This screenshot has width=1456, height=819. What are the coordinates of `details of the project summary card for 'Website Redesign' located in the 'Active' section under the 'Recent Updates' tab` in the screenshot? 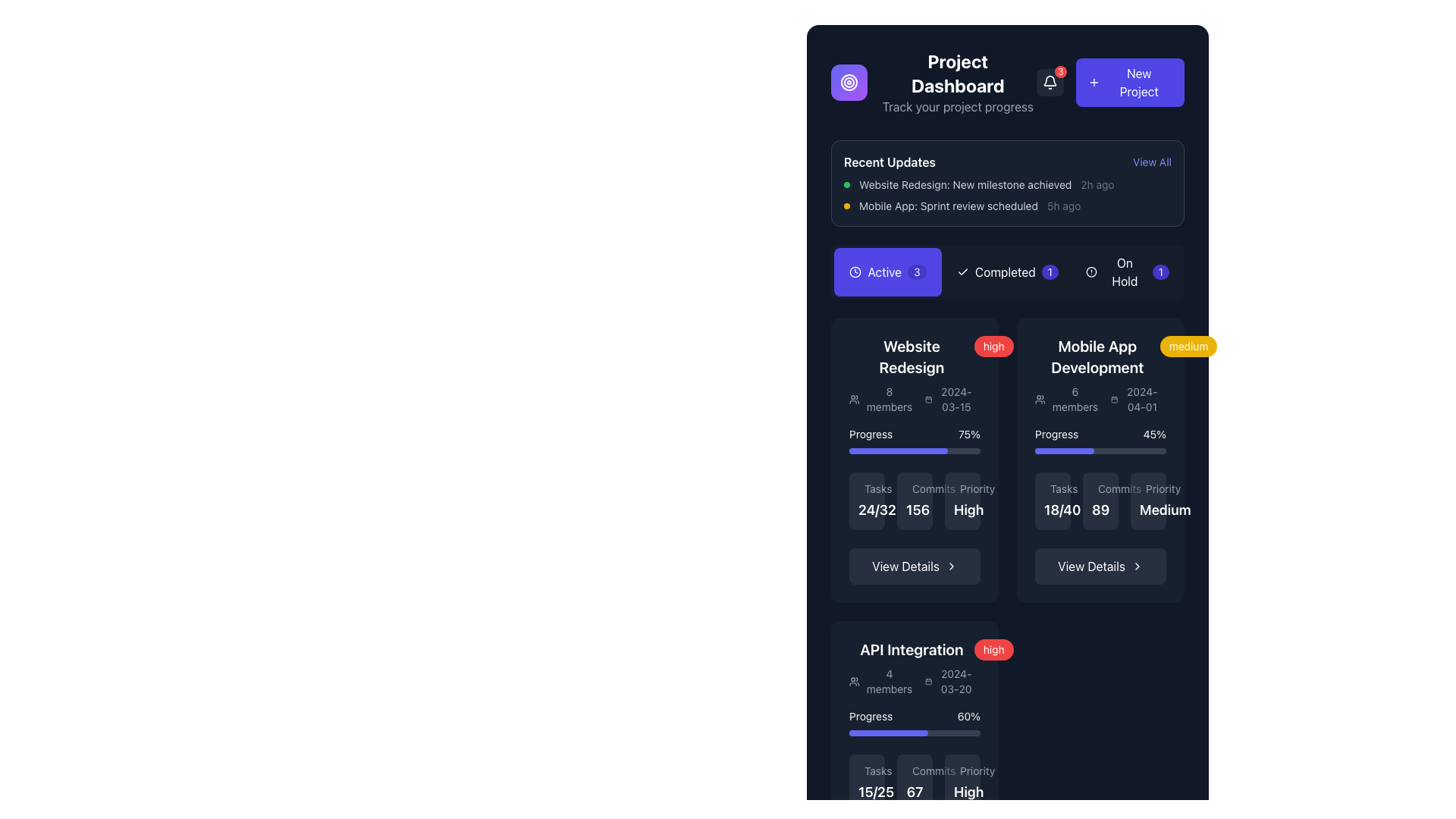 It's located at (914, 375).